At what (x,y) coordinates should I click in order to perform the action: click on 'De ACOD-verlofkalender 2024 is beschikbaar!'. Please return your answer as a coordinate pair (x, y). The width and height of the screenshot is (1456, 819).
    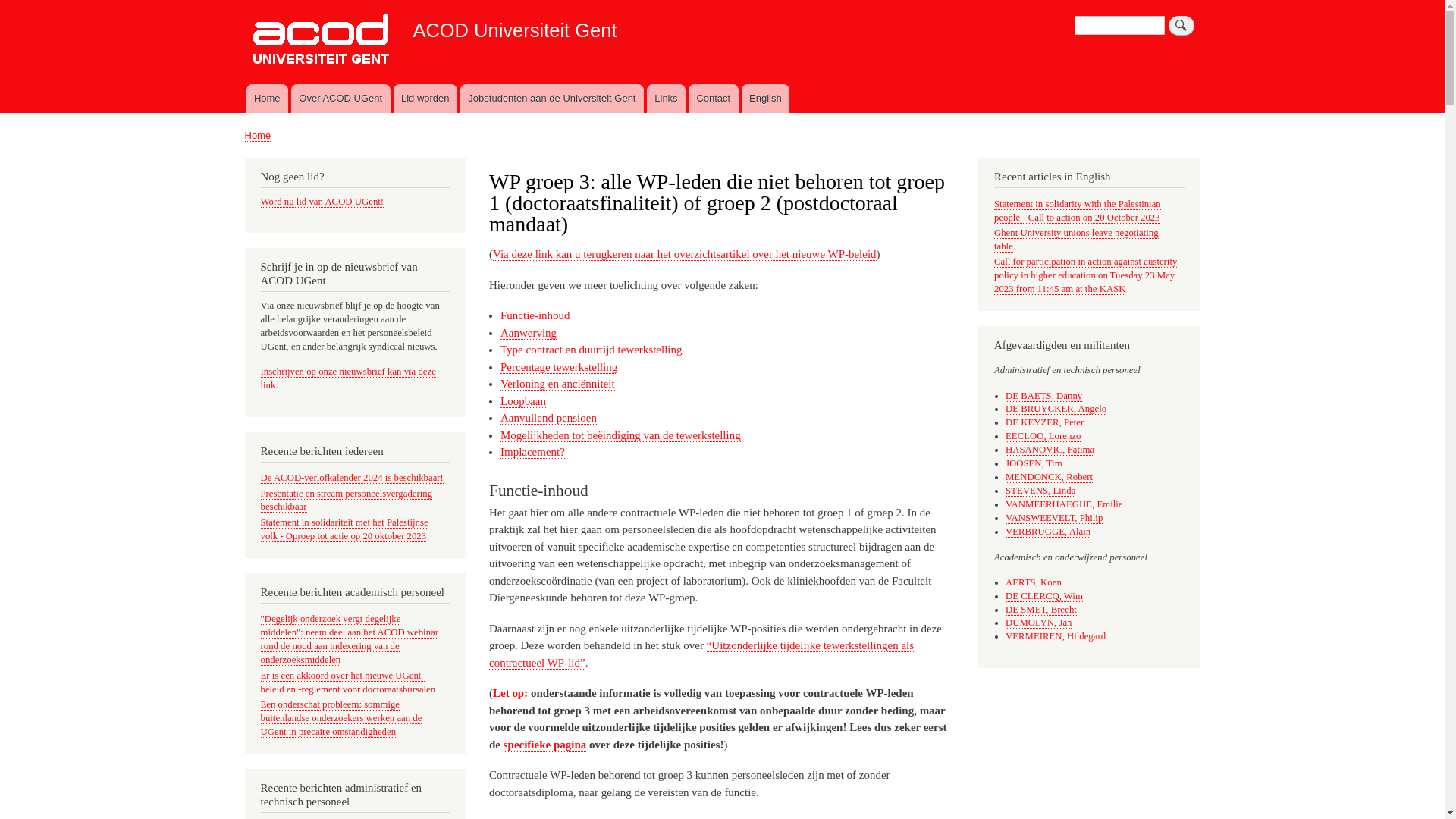
    Looking at the image, I should click on (351, 478).